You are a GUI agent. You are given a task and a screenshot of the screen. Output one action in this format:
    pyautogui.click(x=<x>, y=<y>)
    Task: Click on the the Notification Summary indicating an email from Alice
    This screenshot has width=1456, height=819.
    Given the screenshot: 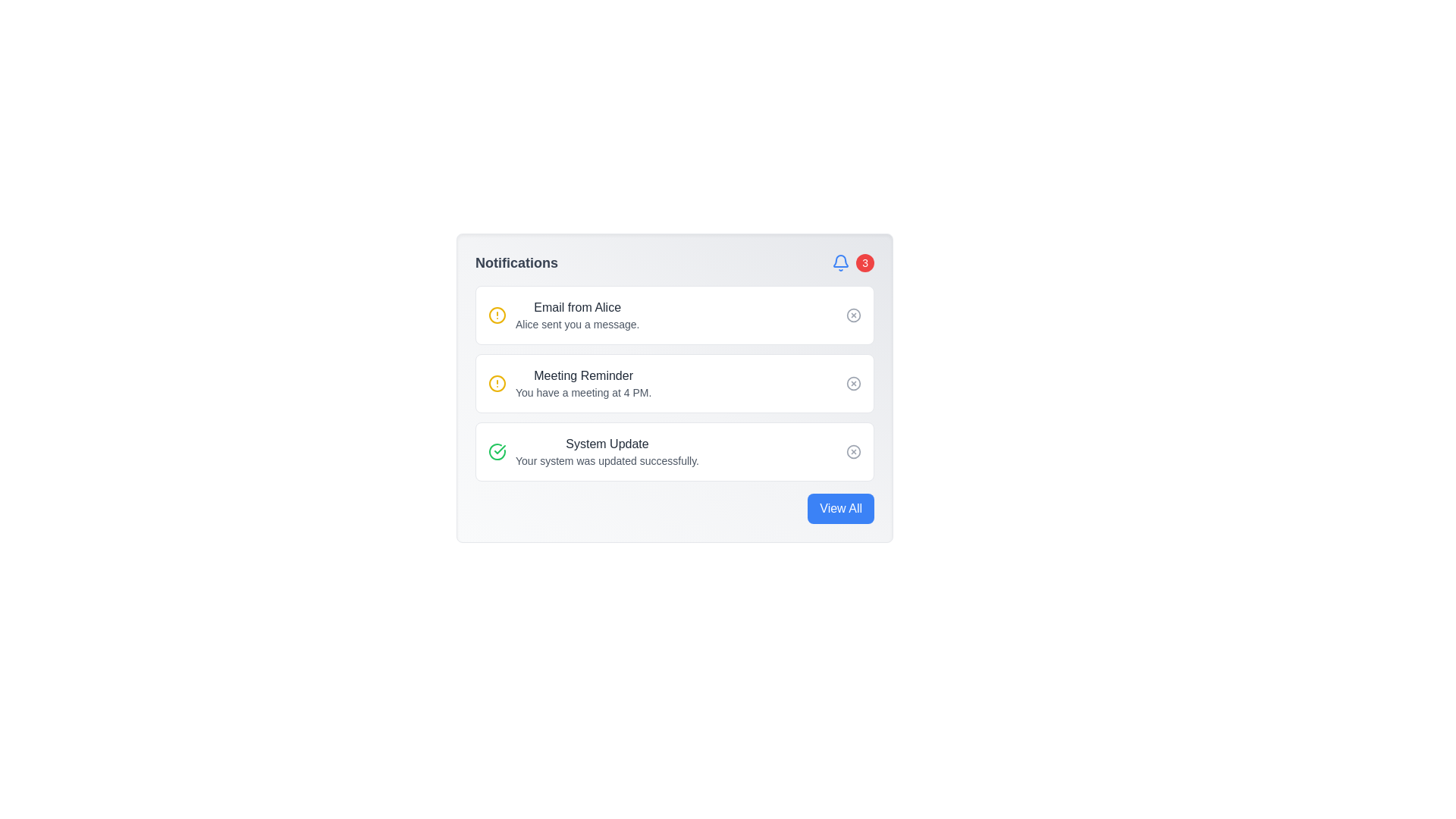 What is the action you would take?
    pyautogui.click(x=576, y=315)
    